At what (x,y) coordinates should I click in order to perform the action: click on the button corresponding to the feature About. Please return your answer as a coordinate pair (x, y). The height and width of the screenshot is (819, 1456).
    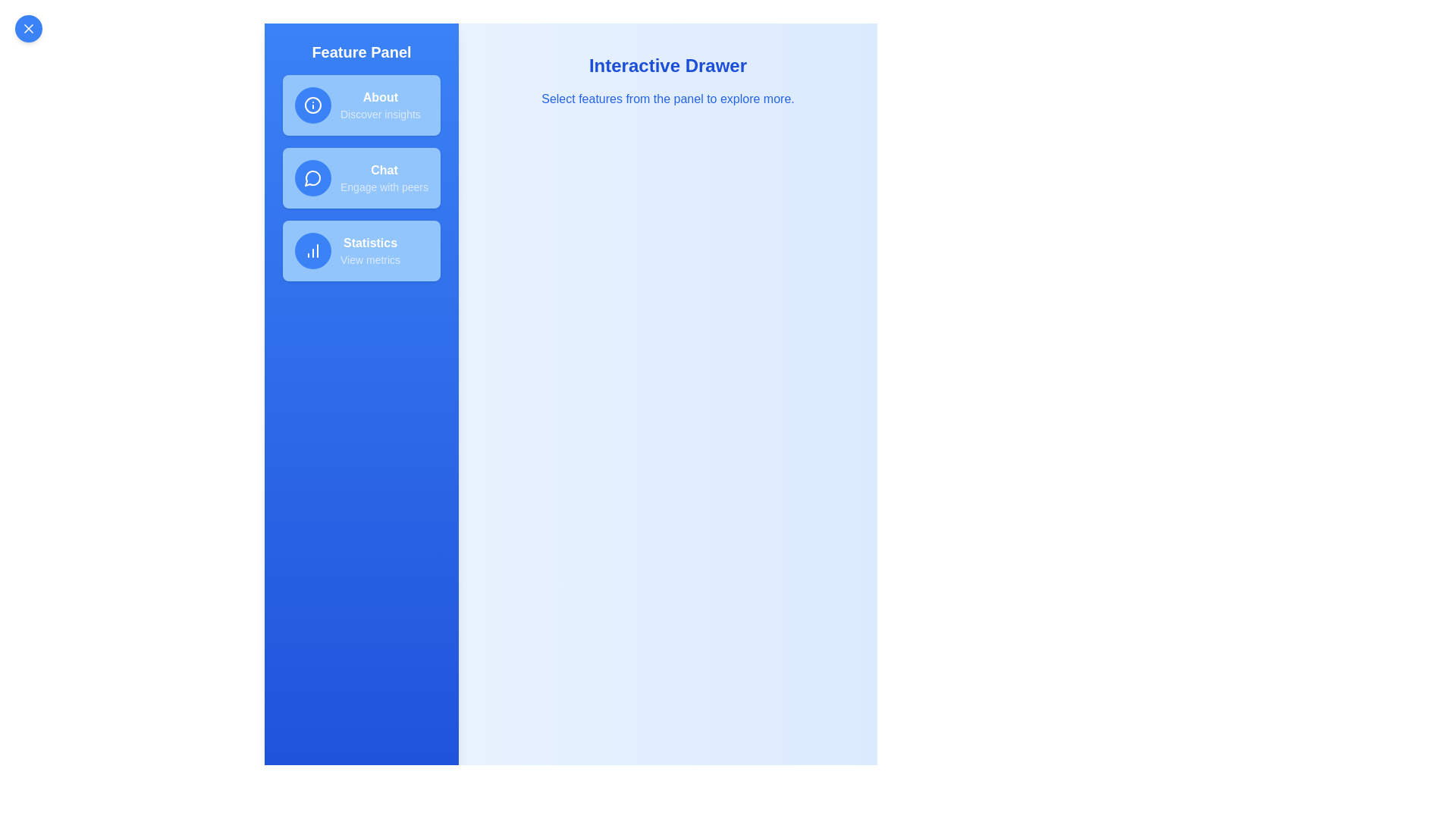
    Looking at the image, I should click on (360, 104).